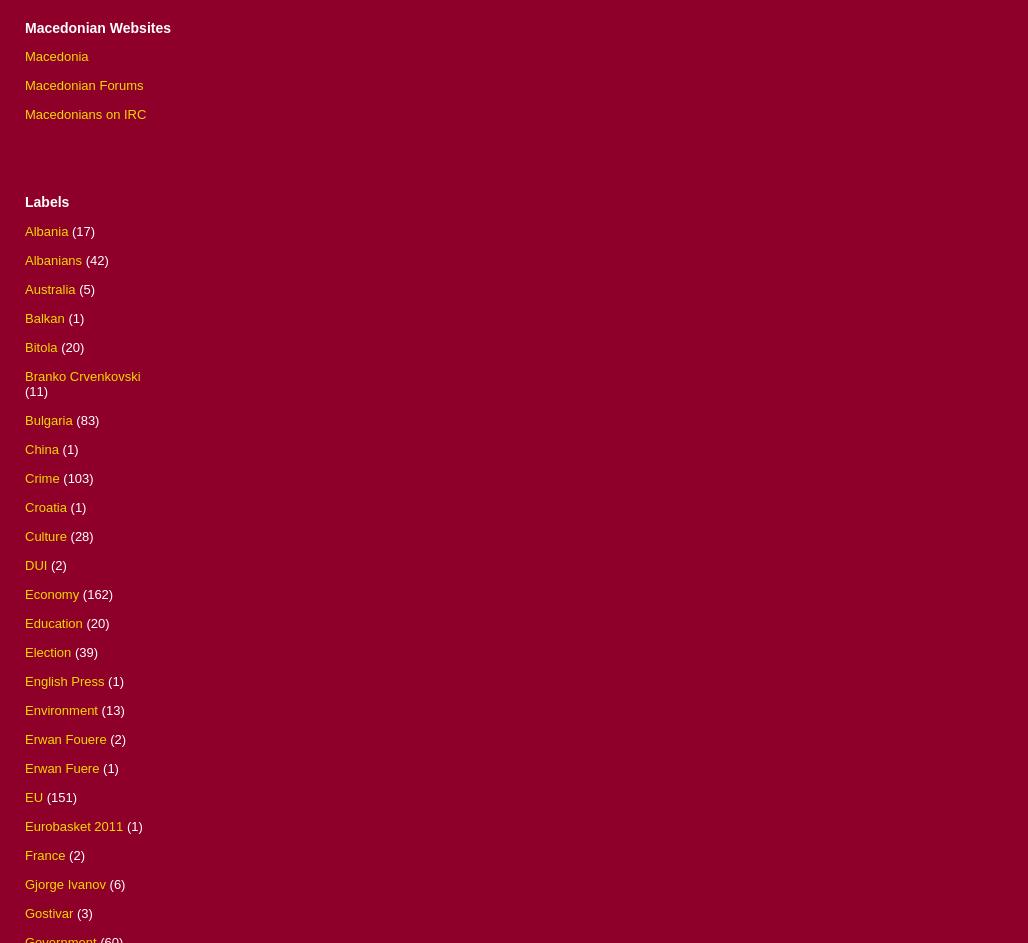  I want to click on 'Election', so click(48, 651).